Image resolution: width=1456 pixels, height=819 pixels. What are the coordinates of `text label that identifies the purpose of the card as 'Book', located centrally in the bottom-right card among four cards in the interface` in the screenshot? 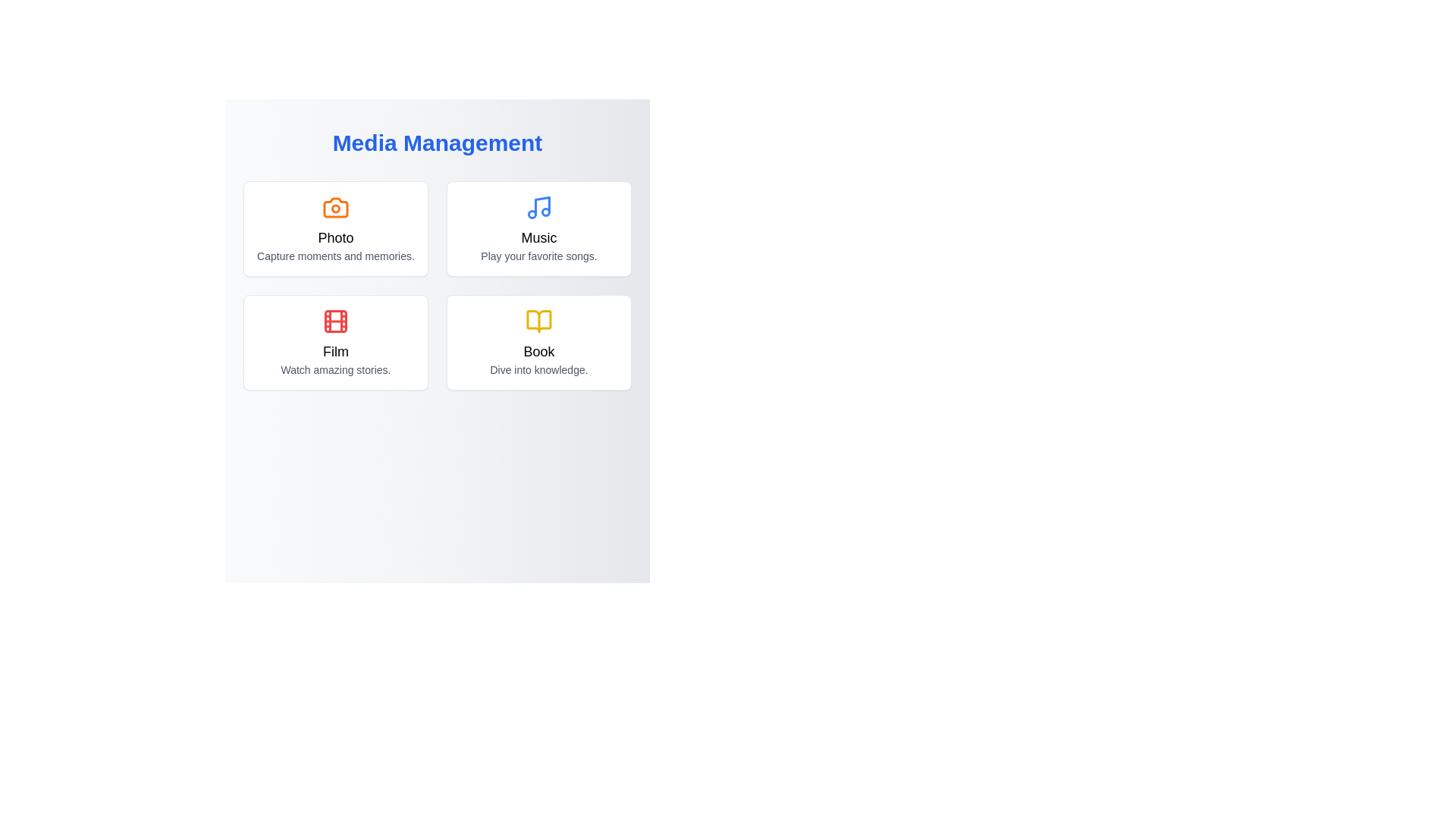 It's located at (538, 351).